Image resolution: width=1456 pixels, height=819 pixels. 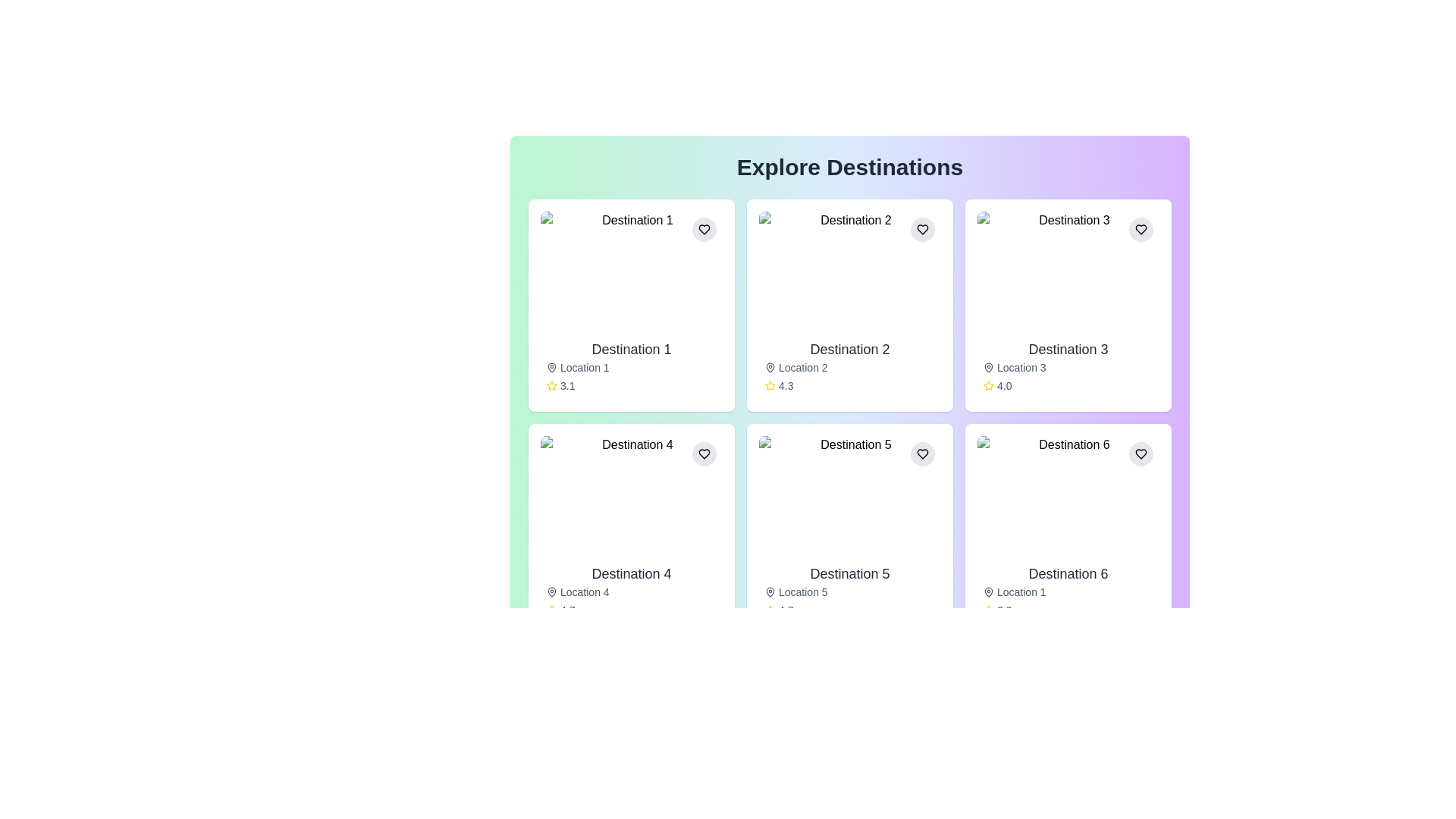 I want to click on the circular button in the top-right corner of the 'Destination 2' card to mark it as a favorite, so click(x=922, y=230).